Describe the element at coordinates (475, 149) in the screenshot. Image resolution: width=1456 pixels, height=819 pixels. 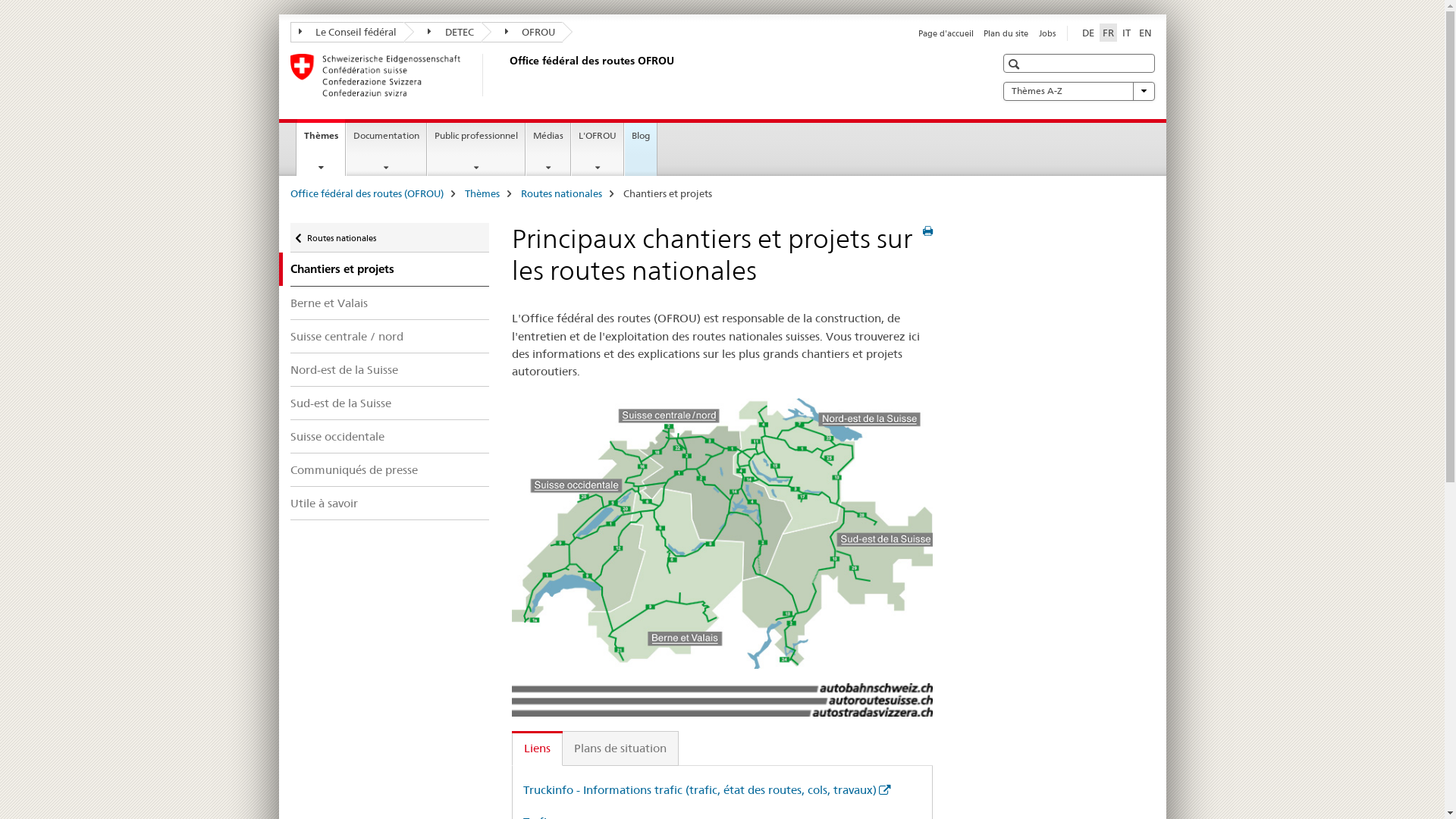
I see `'Public professionnel'` at that location.